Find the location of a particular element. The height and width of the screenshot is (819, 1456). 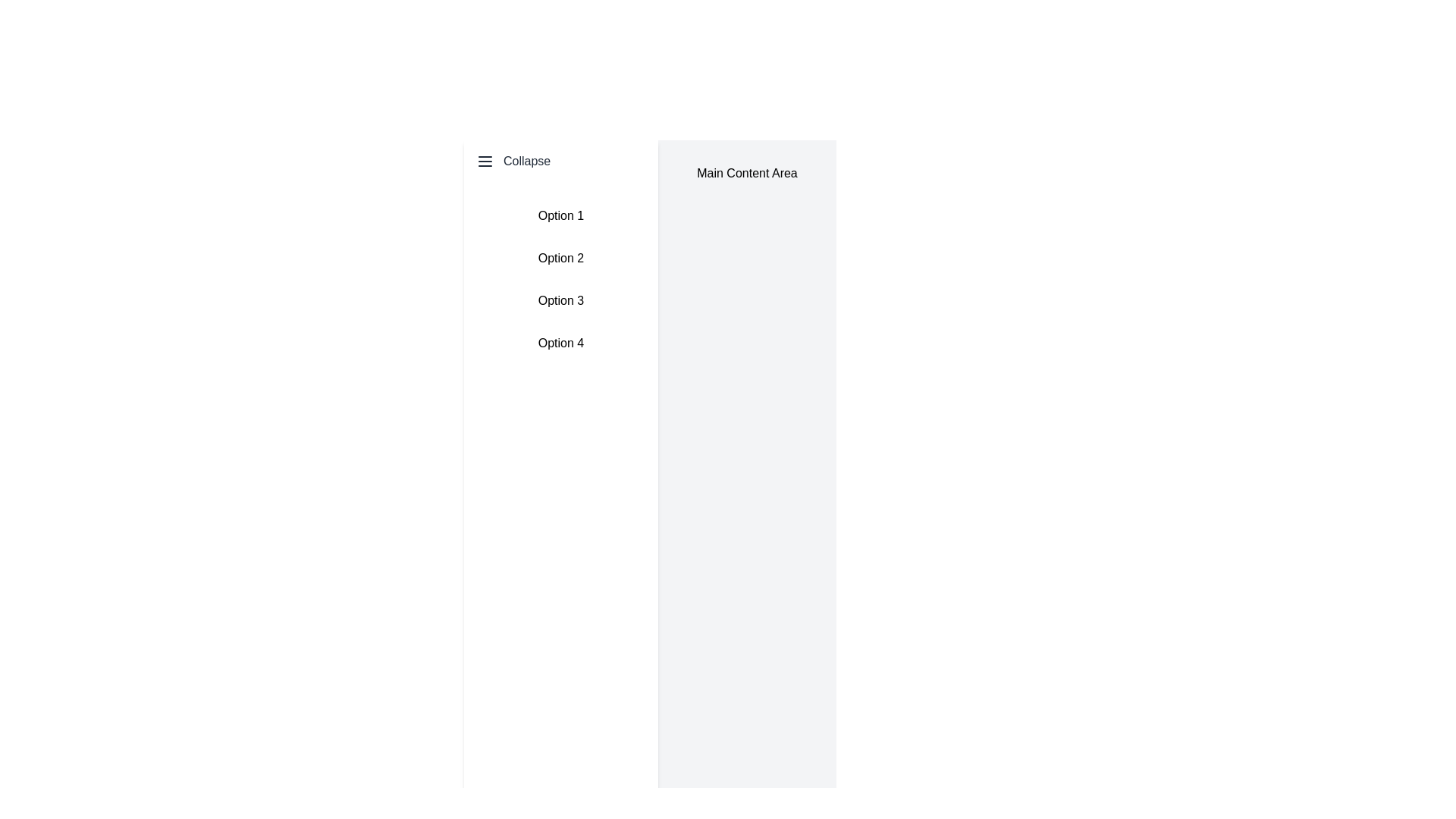

the icon located at the top-left corner of the interface, next to the text 'Collapse', to enhance accessibility is located at coordinates (484, 161).